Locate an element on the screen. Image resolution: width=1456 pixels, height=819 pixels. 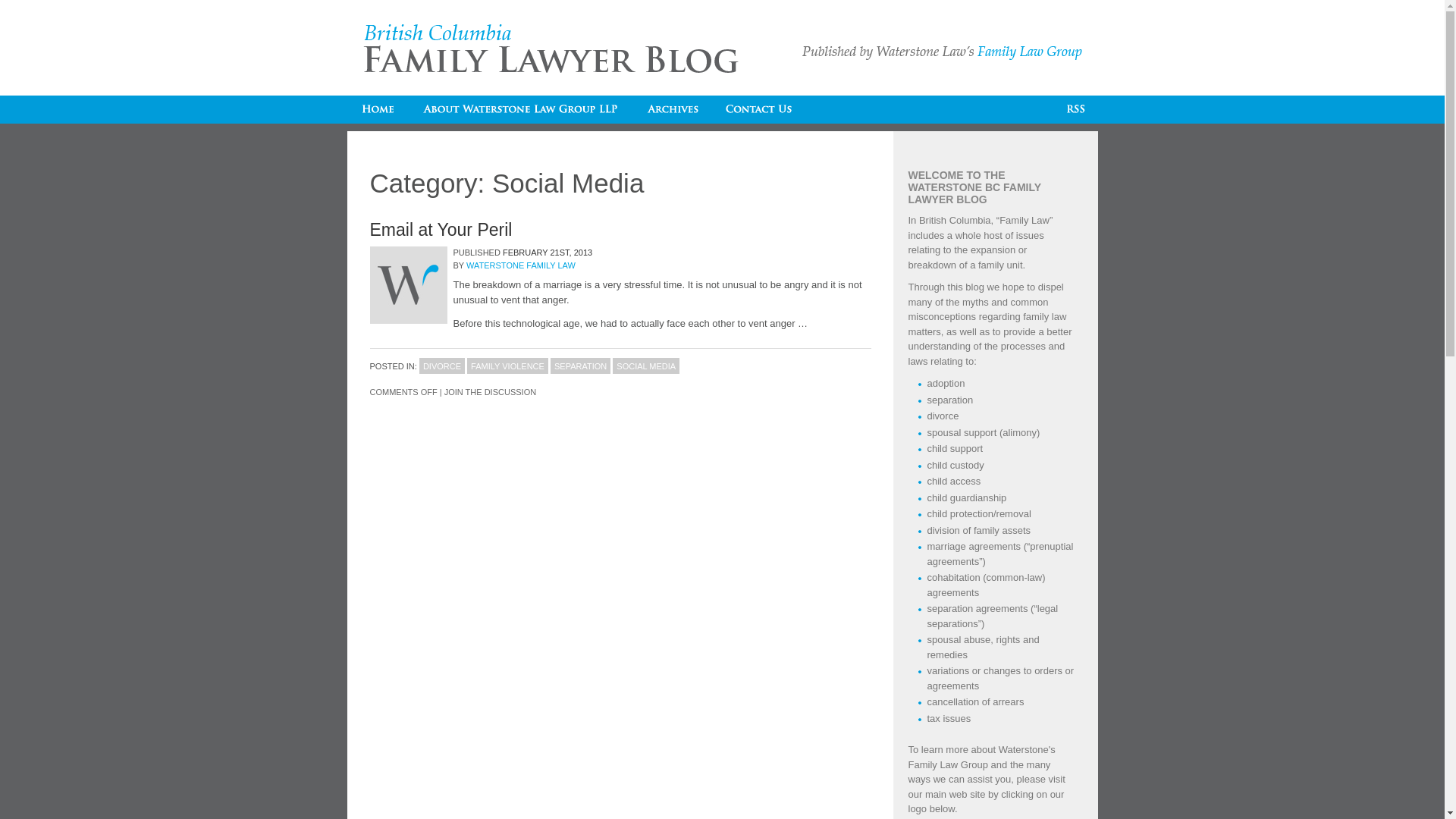
'WATERSTONE FAMILY LAW' is located at coordinates (520, 265).